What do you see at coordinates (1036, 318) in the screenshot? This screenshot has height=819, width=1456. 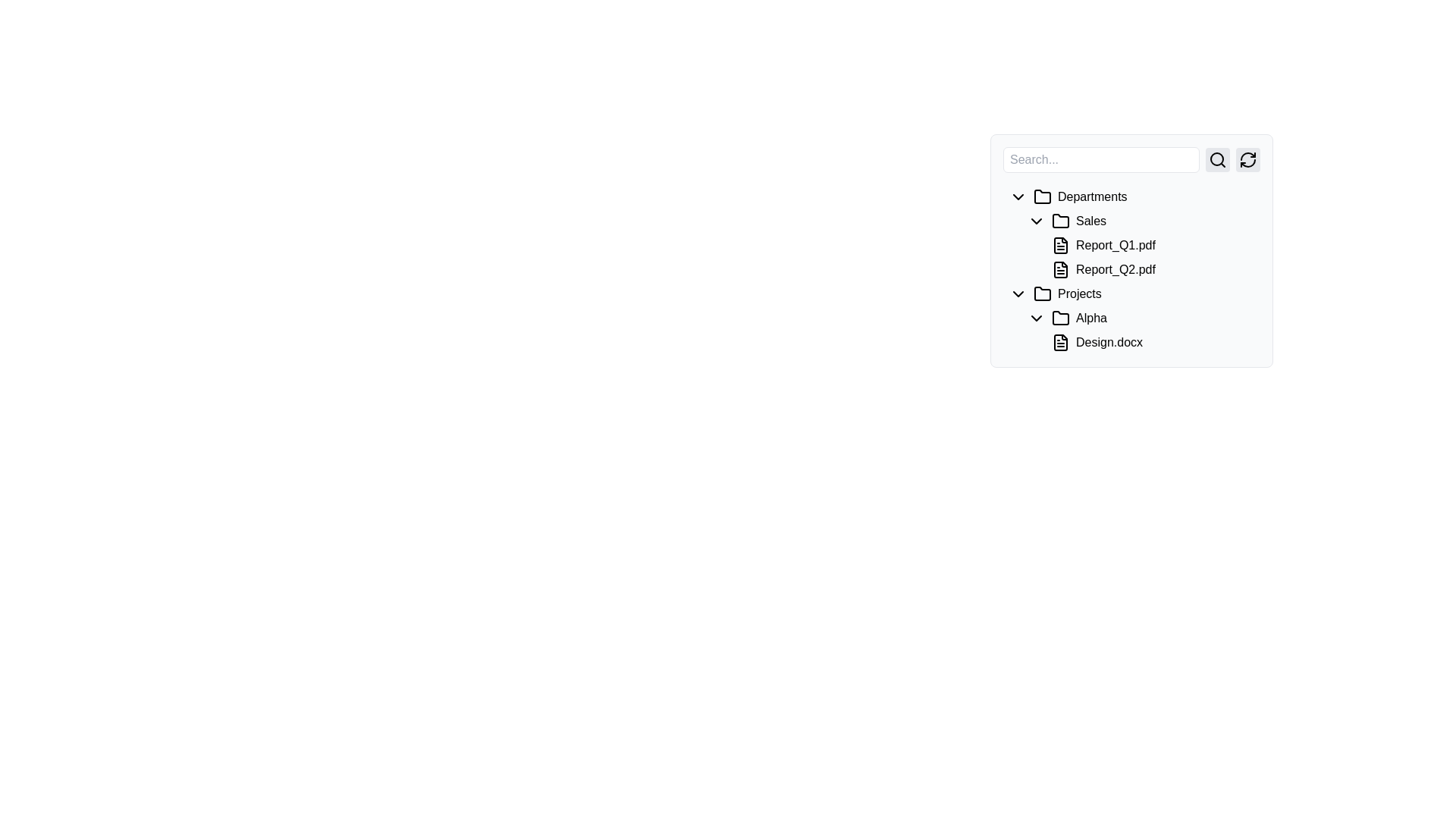 I see `the Toggle icon (Chevron down symbol) located to the left of the text 'Alpha' in the 'Projects' group` at bounding box center [1036, 318].